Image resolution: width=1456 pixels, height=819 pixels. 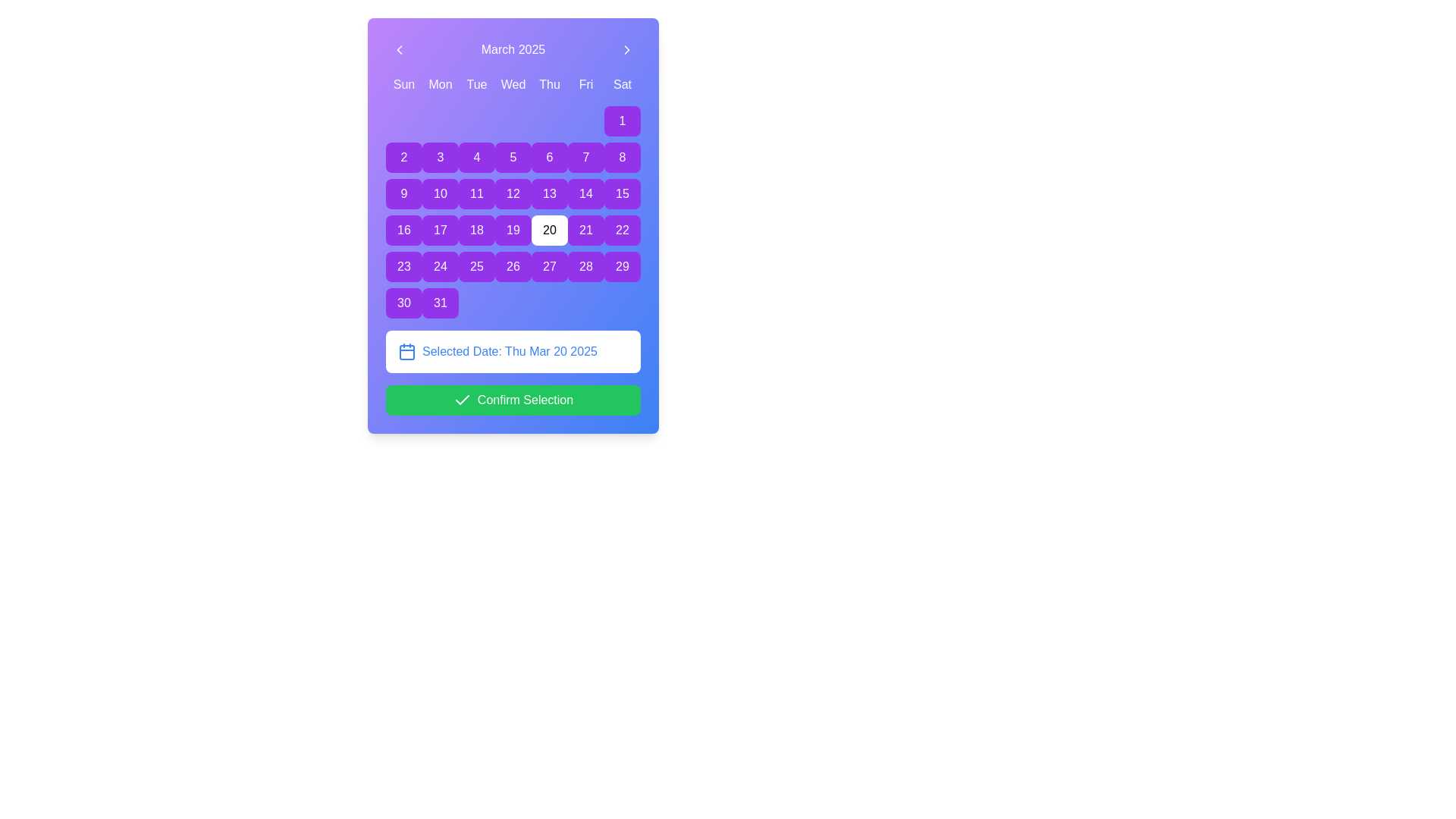 What do you see at coordinates (400, 49) in the screenshot?
I see `the button used to navigate to the previous month in the calendar interface, located at the top-left region next to the 'March 2025' label` at bounding box center [400, 49].